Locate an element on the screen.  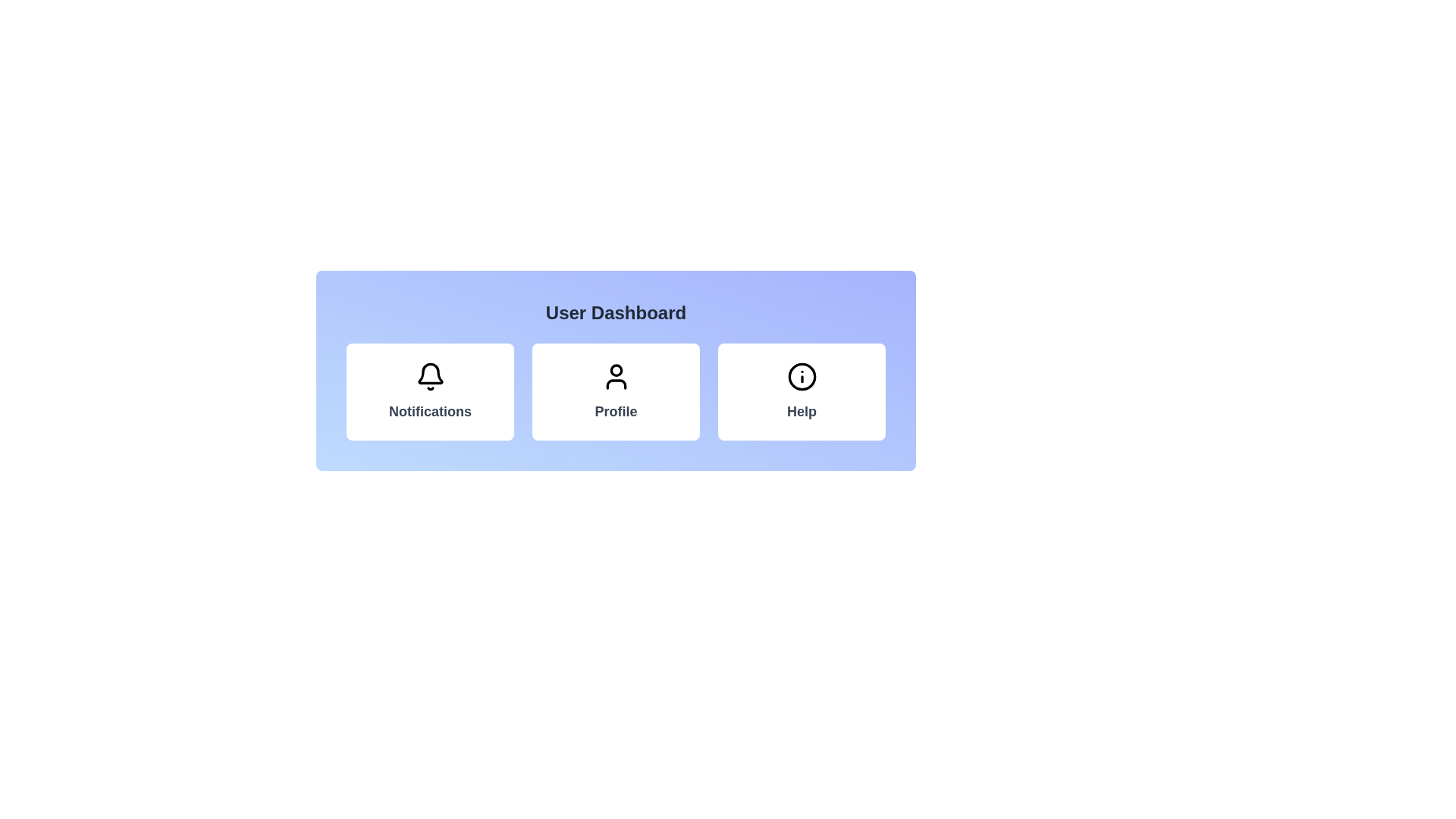
the 'Profile' button, which features a user icon above a bold 'Profile' label with a white background and rounded border is located at coordinates (616, 391).